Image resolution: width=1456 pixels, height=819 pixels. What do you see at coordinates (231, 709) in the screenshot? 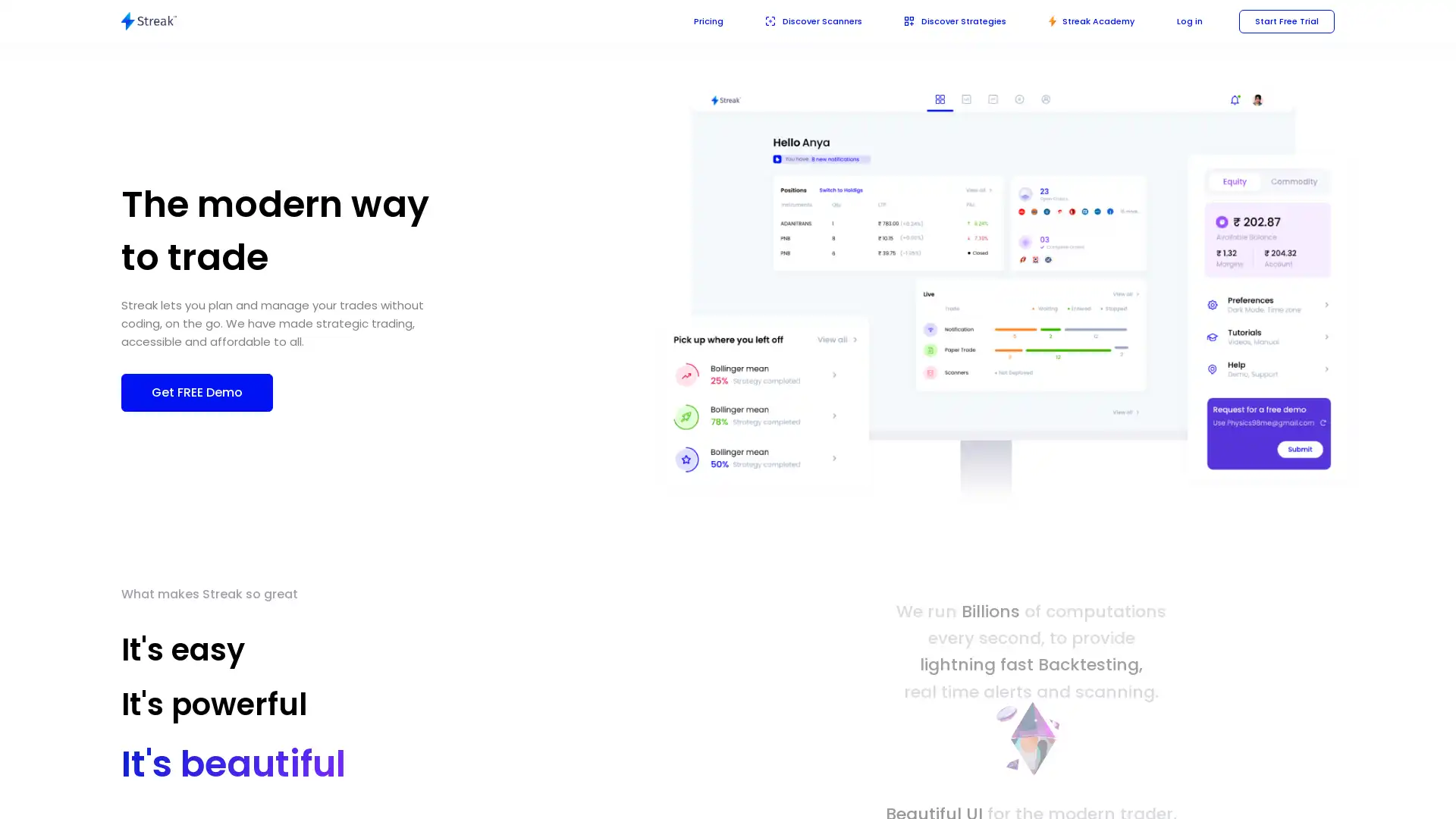
I see `It's powerful` at bounding box center [231, 709].